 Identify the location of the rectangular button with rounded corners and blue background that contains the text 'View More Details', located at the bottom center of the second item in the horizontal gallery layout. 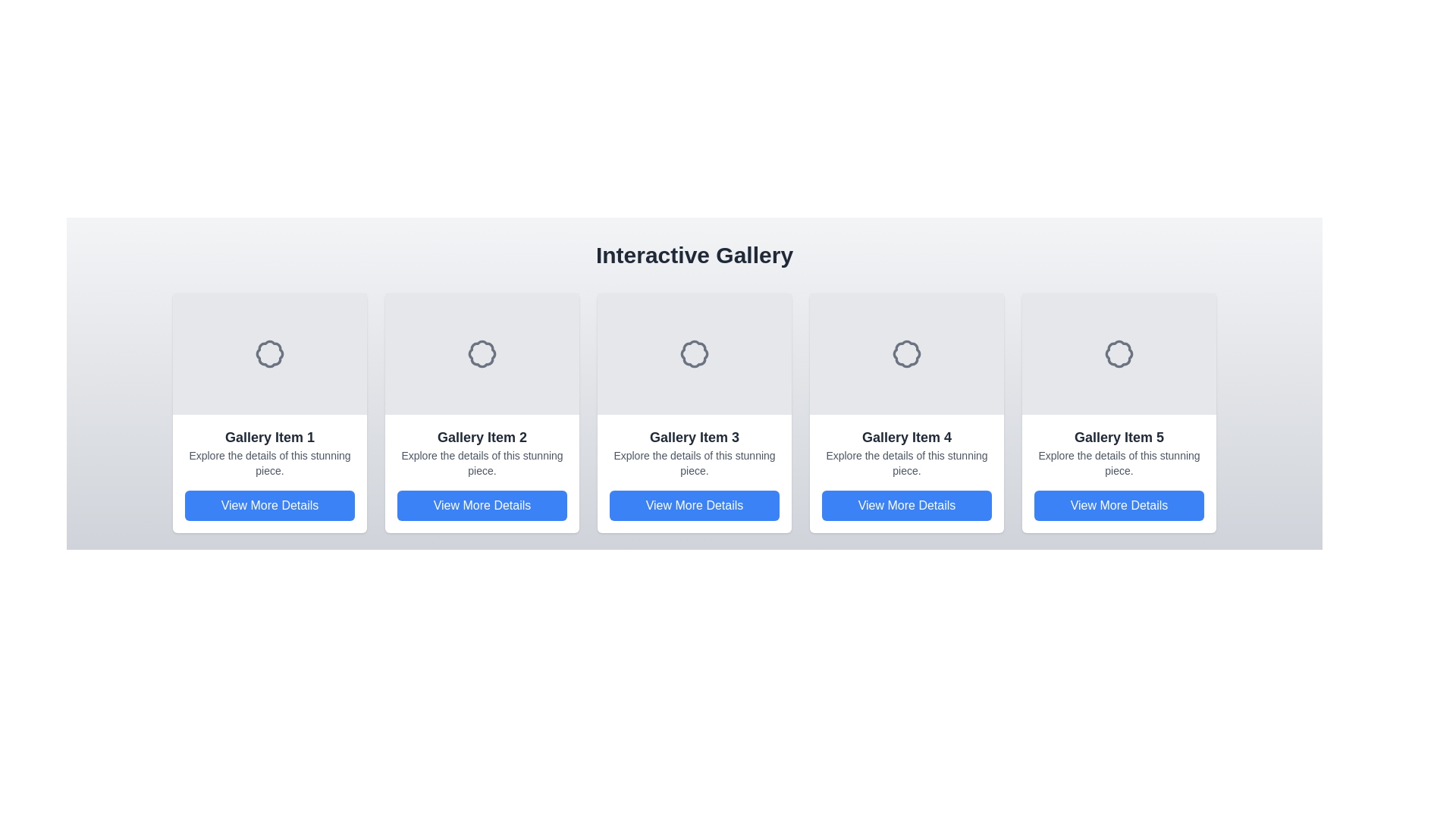
(481, 506).